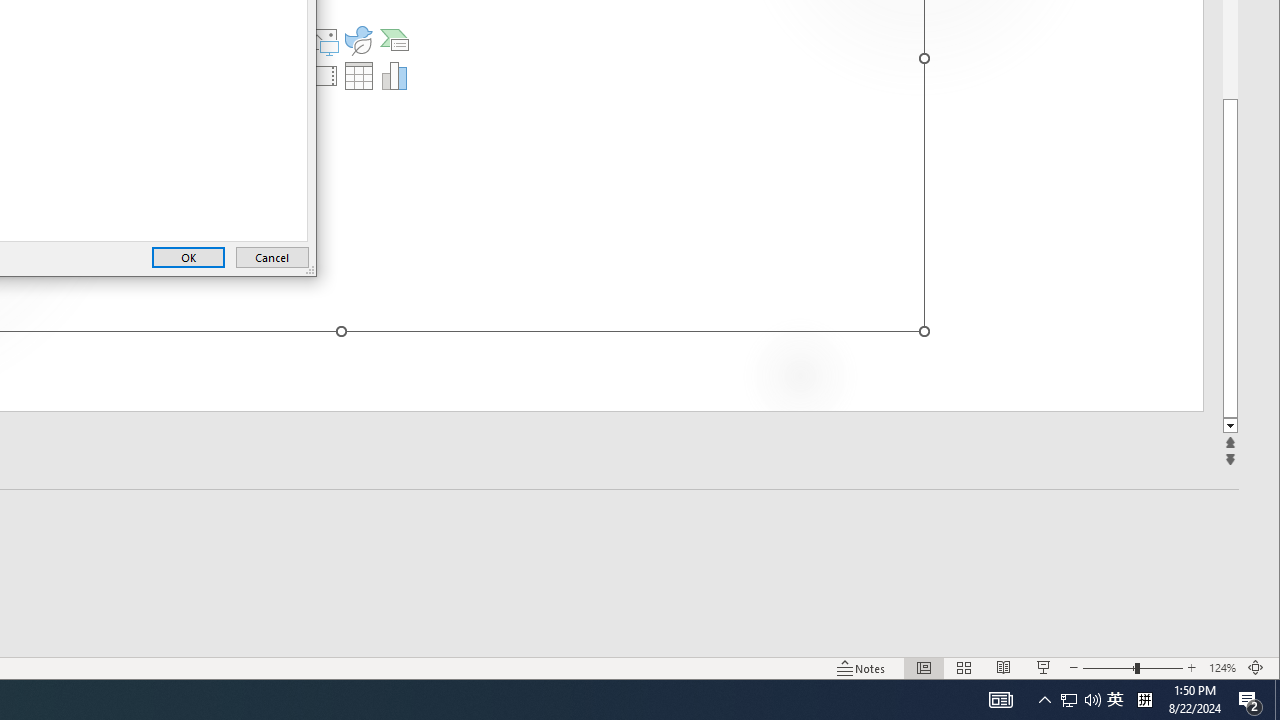 The image size is (1280, 720). Describe the element at coordinates (359, 39) in the screenshot. I see `'Insert an Icon'` at that location.